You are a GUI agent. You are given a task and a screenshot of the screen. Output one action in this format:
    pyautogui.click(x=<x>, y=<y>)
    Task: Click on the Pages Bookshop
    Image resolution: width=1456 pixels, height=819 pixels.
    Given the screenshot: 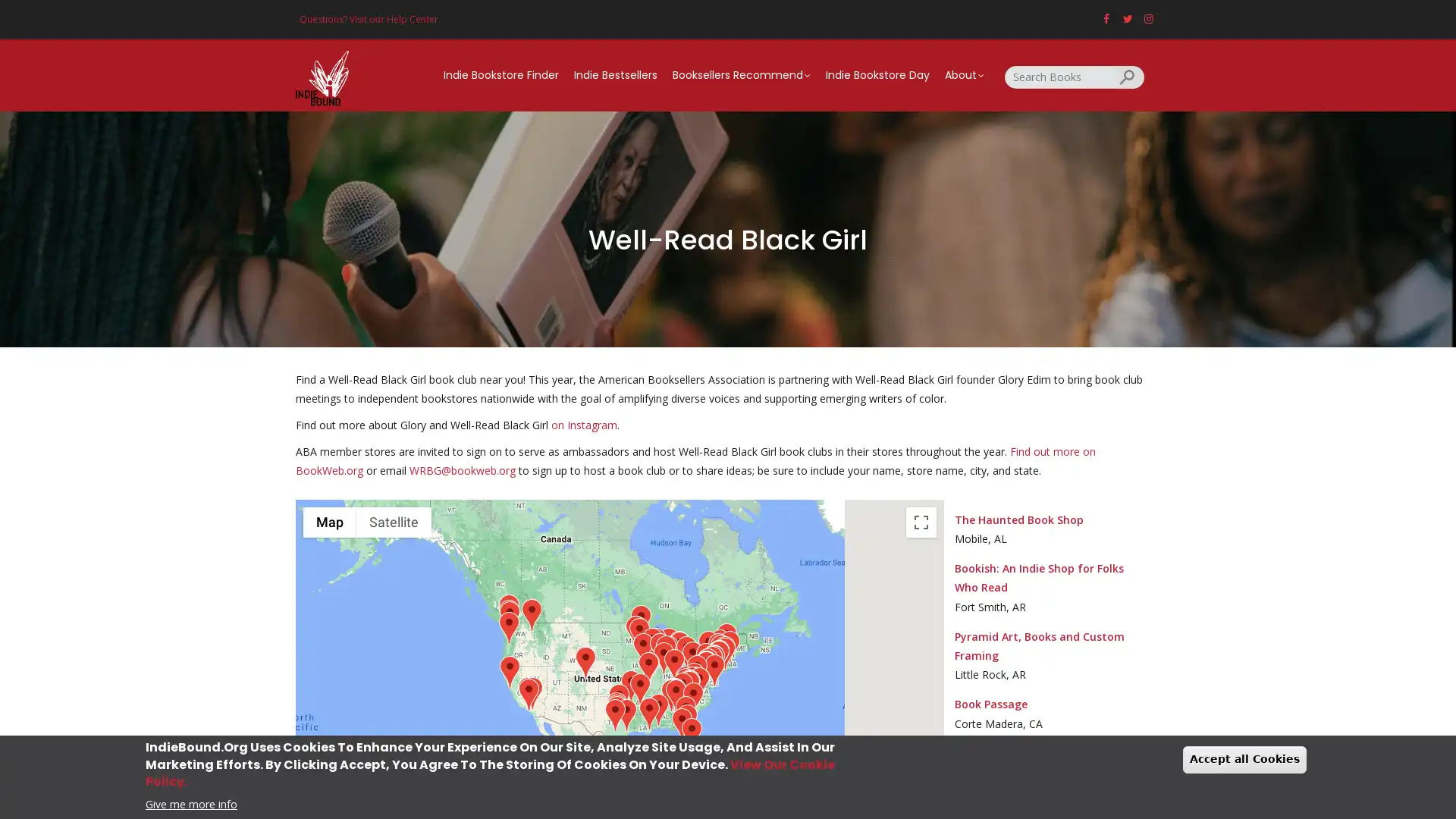 What is the action you would take?
    pyautogui.click(x=677, y=646)
    